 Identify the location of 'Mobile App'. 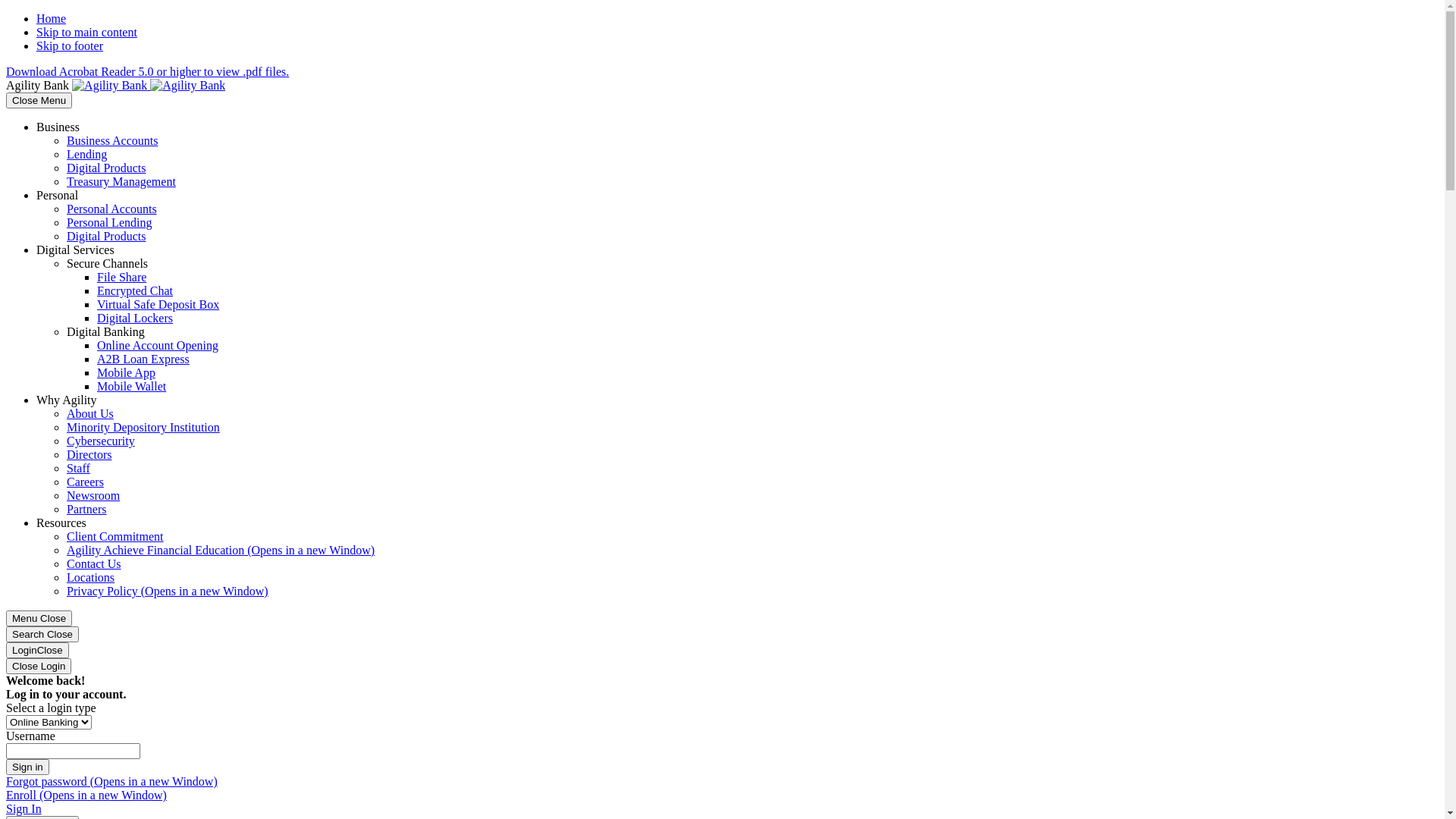
(126, 372).